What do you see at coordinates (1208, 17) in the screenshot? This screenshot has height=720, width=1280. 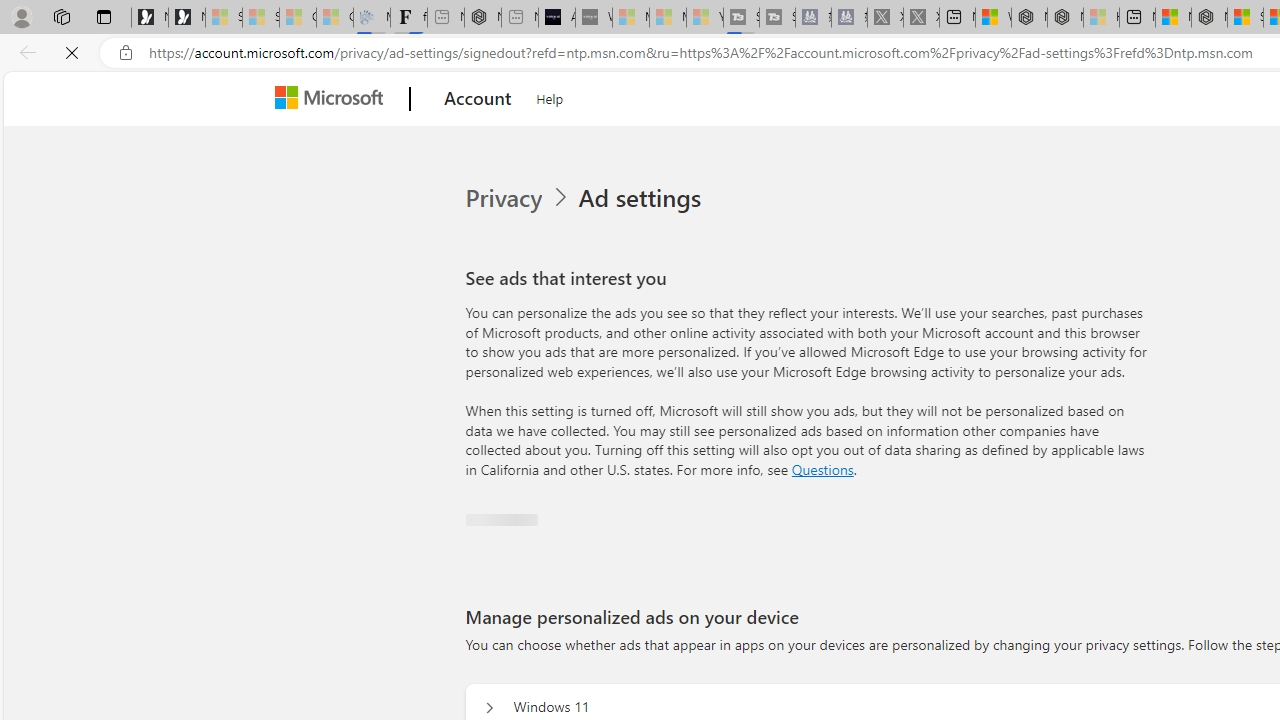 I see `'Nordace - Nordace Siena Is Not An Ordinary Backpack'` at bounding box center [1208, 17].